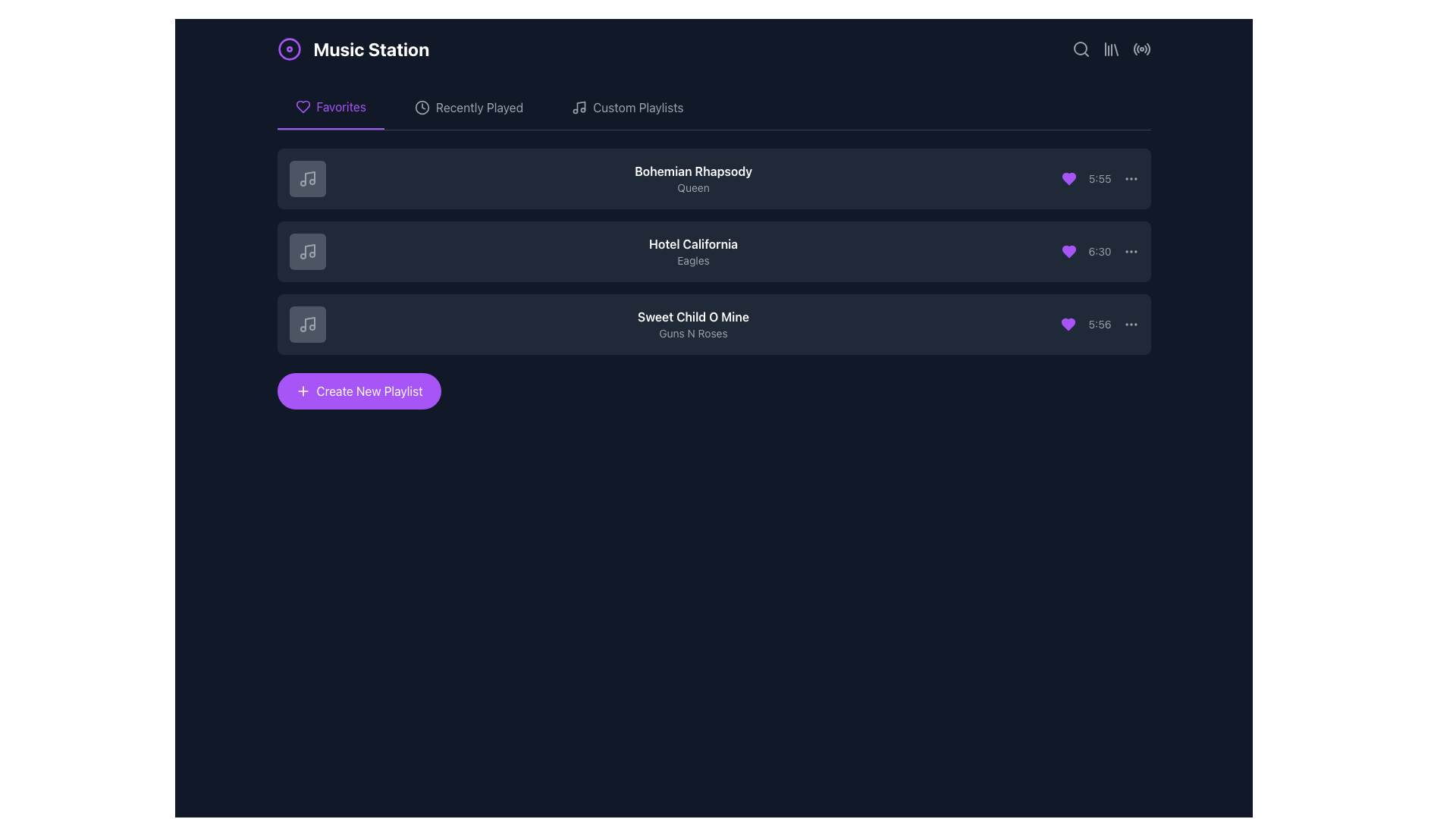 Image resolution: width=1456 pixels, height=819 pixels. Describe the element at coordinates (1068, 177) in the screenshot. I see `the clickable icon located in the top row, to the left of the displayed time '5:55'` at that location.